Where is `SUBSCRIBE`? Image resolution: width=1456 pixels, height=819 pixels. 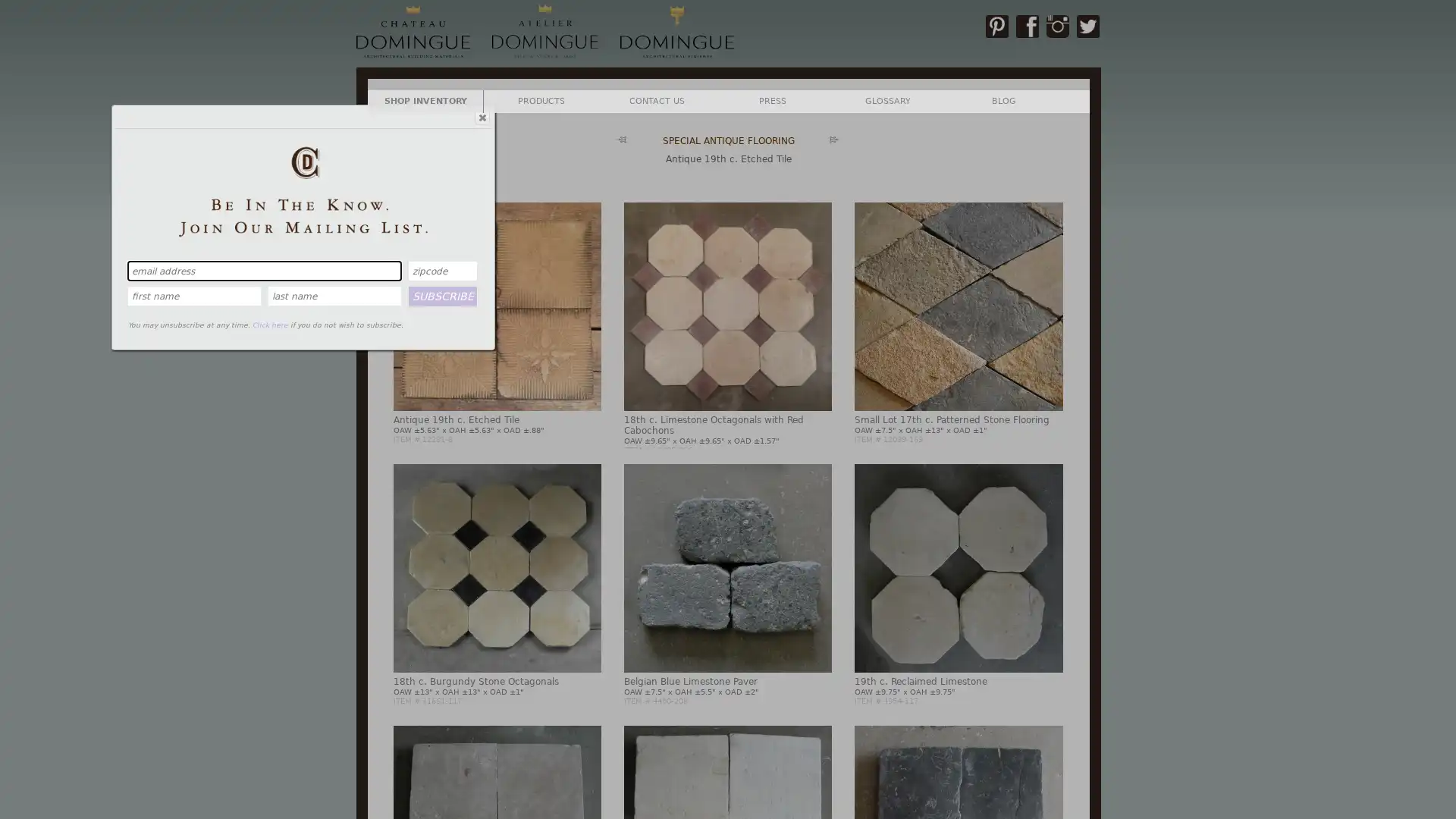 SUBSCRIBE is located at coordinates (442, 295).